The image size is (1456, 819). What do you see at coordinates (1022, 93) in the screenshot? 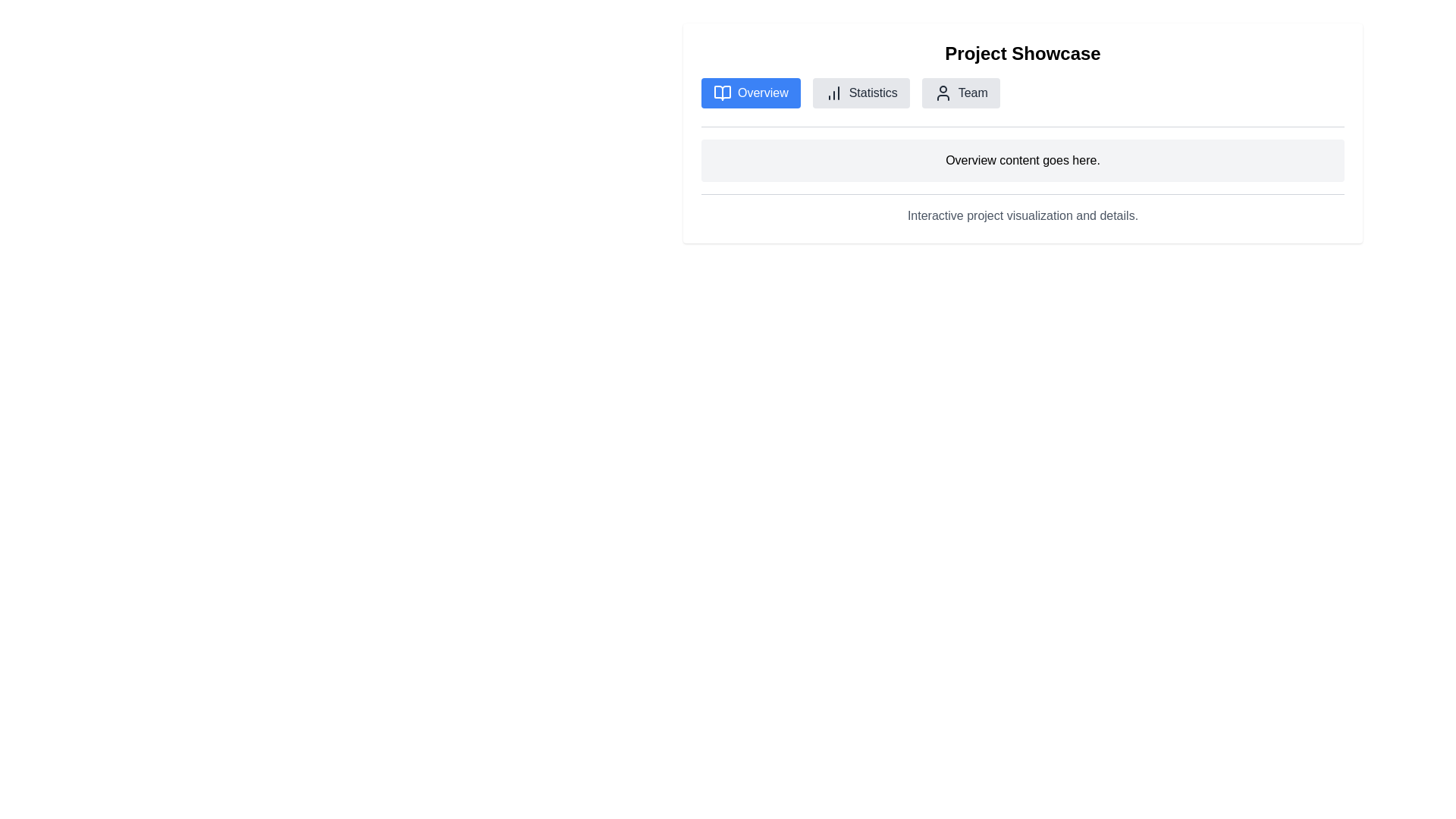
I see `the navigation item in the navigation bar to switch views between 'Overview', 'Statistics', and 'Team'` at bounding box center [1022, 93].